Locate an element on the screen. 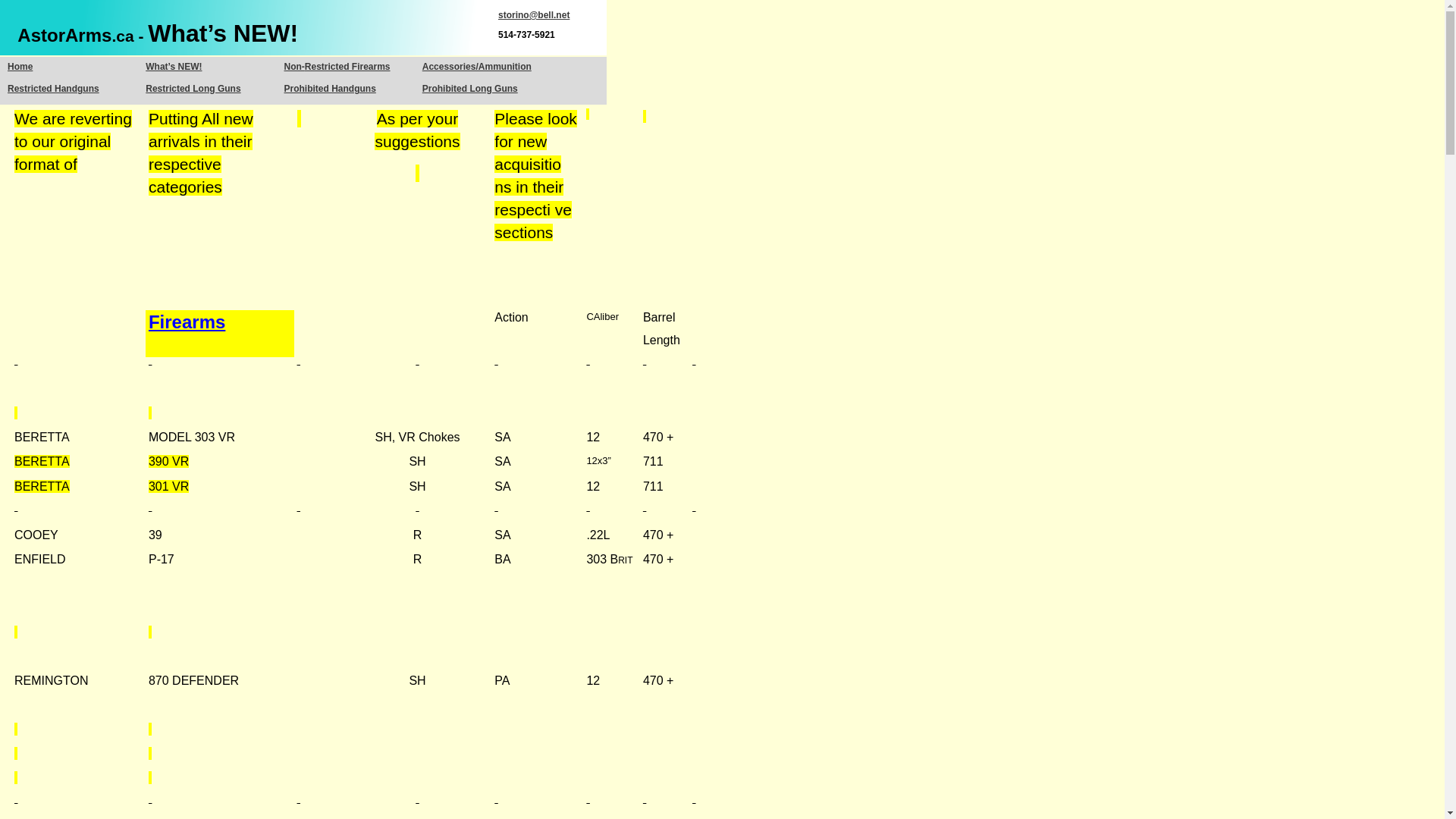 Image resolution: width=1456 pixels, height=819 pixels. 'Restricted Handguns' is located at coordinates (7, 88).